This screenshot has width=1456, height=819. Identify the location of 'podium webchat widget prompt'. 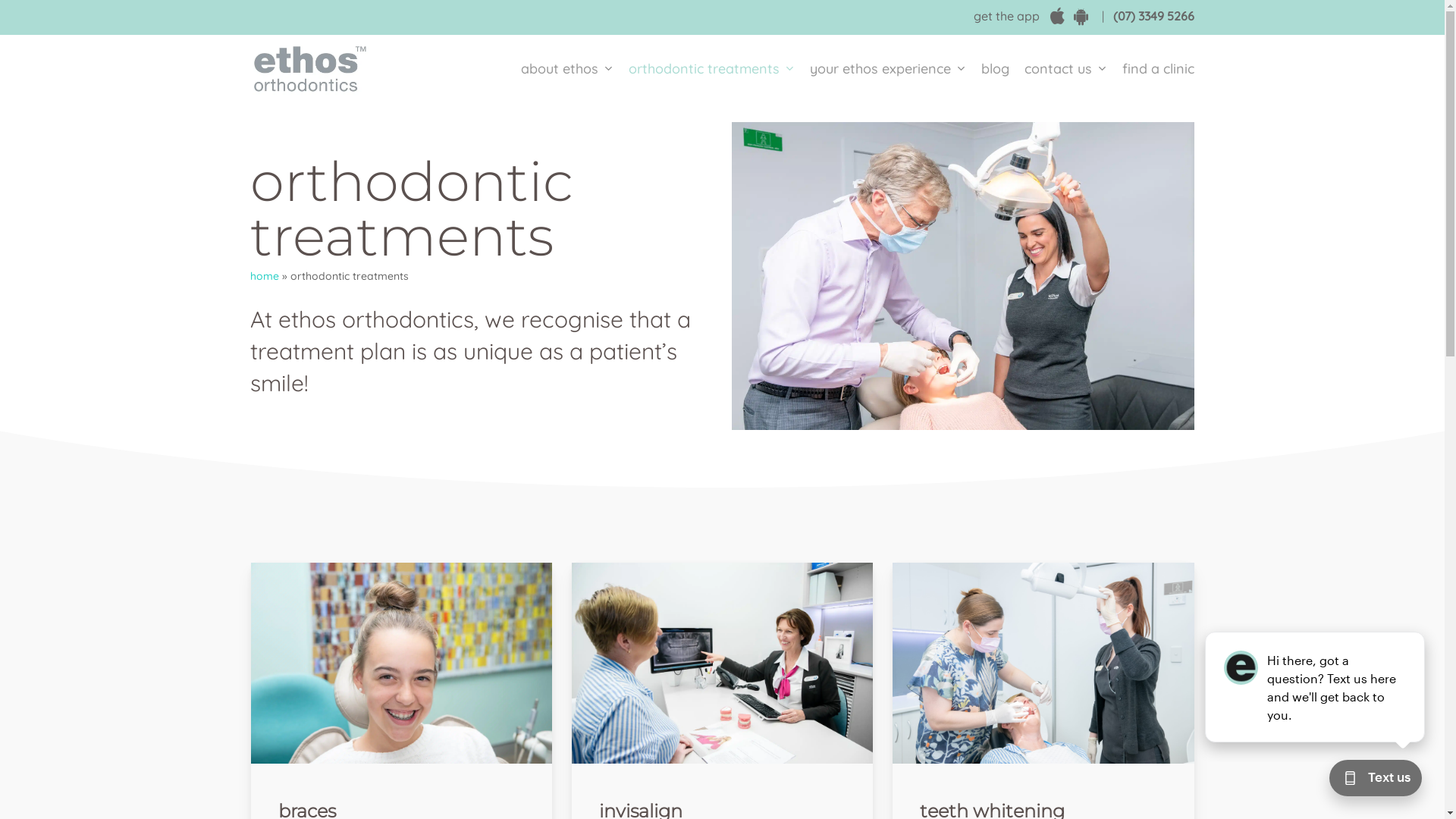
(1314, 687).